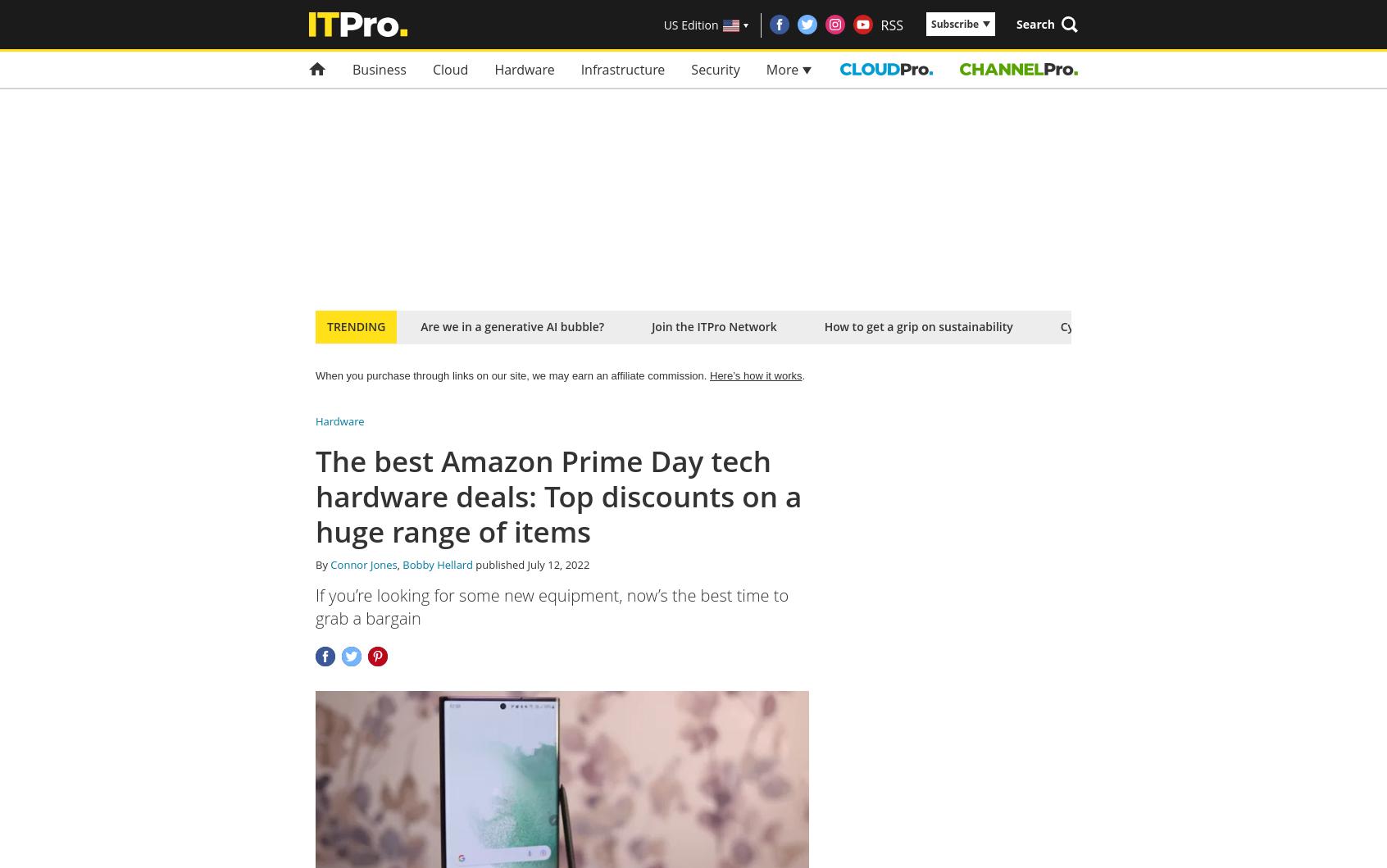 The width and height of the screenshot is (1387, 868). What do you see at coordinates (512, 325) in the screenshot?
I see `'Are we in a generative AI bubble?'` at bounding box center [512, 325].